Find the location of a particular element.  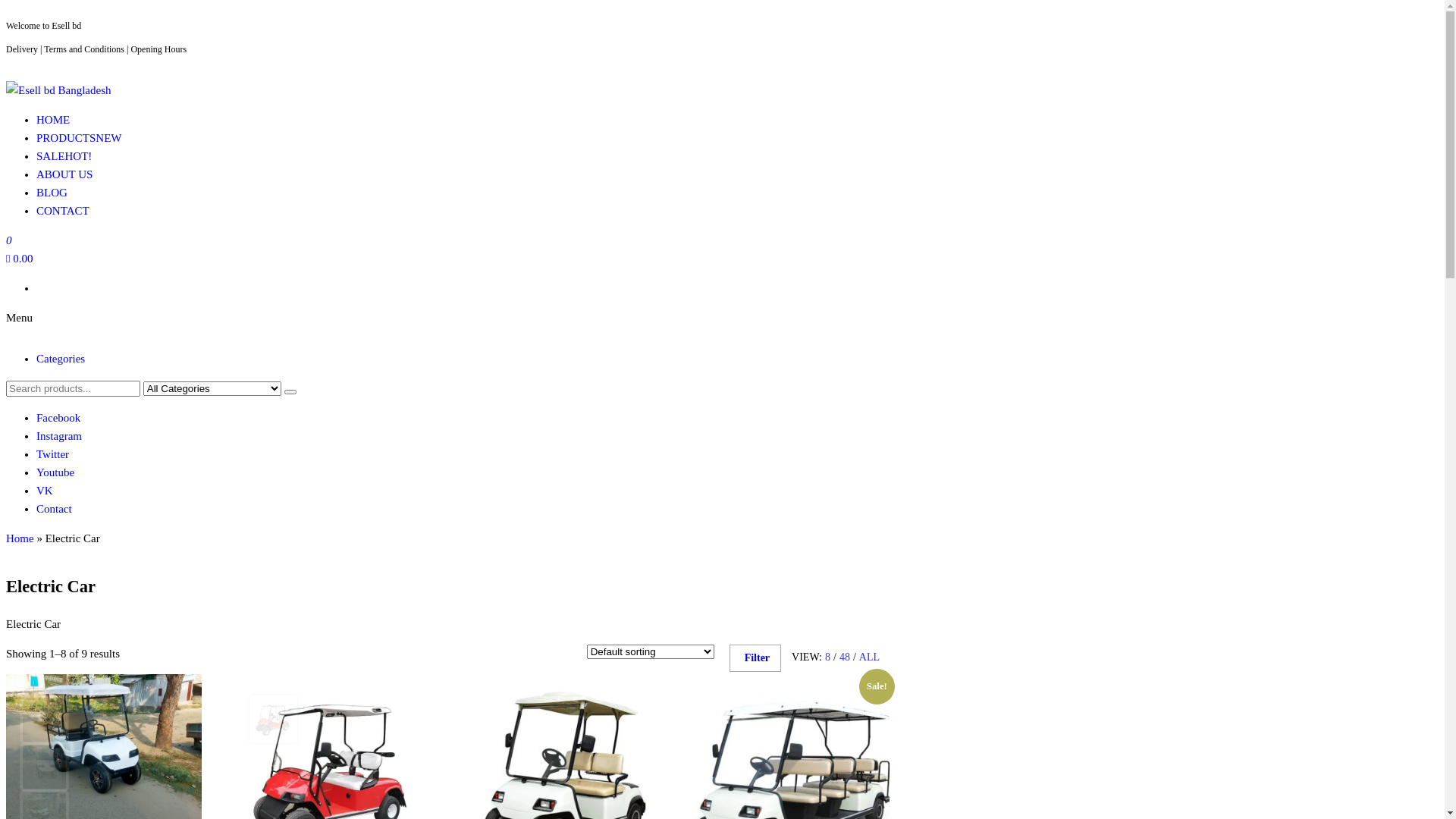

'Twitter' is located at coordinates (36, 453).